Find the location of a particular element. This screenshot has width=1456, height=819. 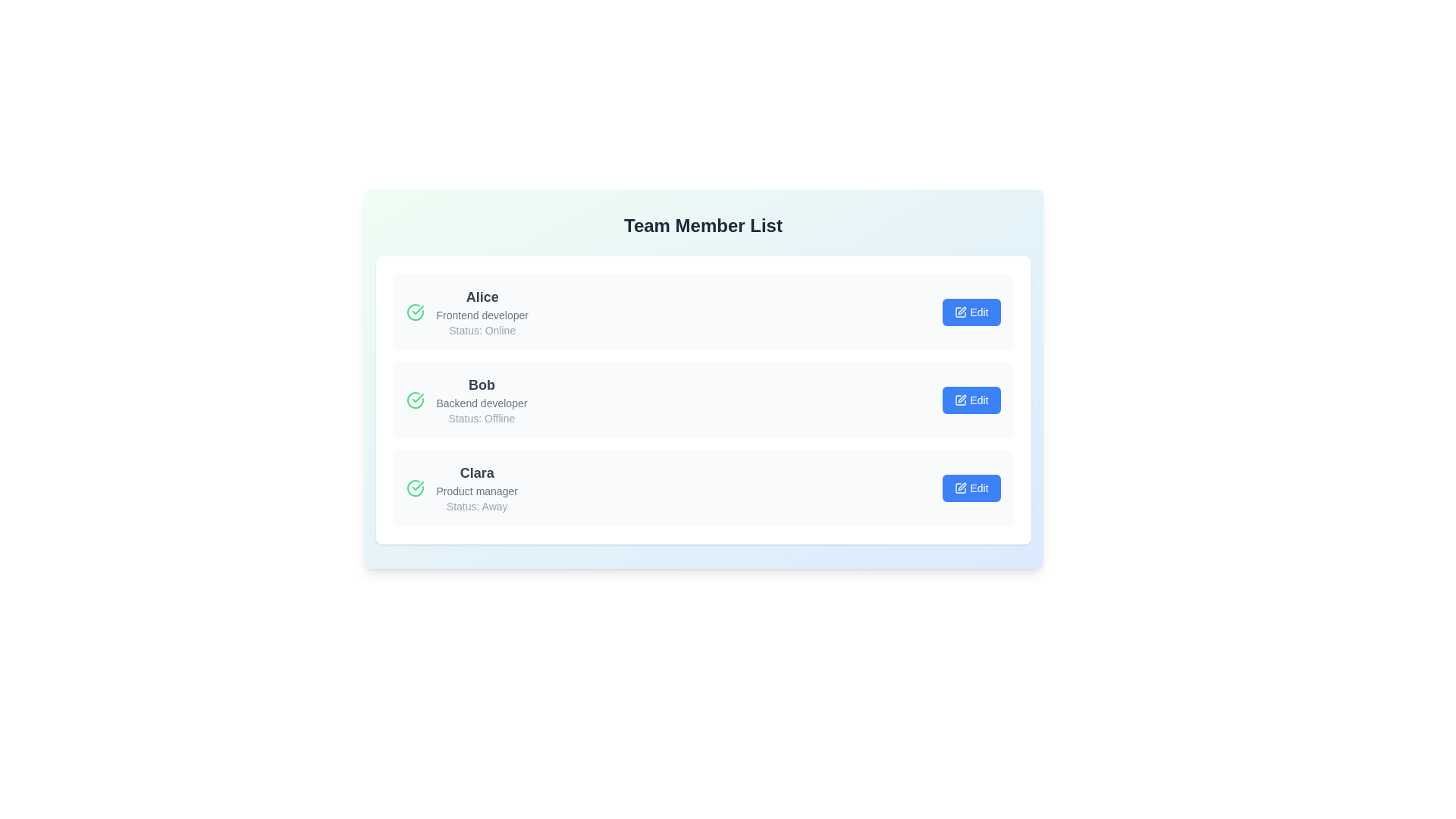

the user item corresponding to Alice is located at coordinates (702, 312).